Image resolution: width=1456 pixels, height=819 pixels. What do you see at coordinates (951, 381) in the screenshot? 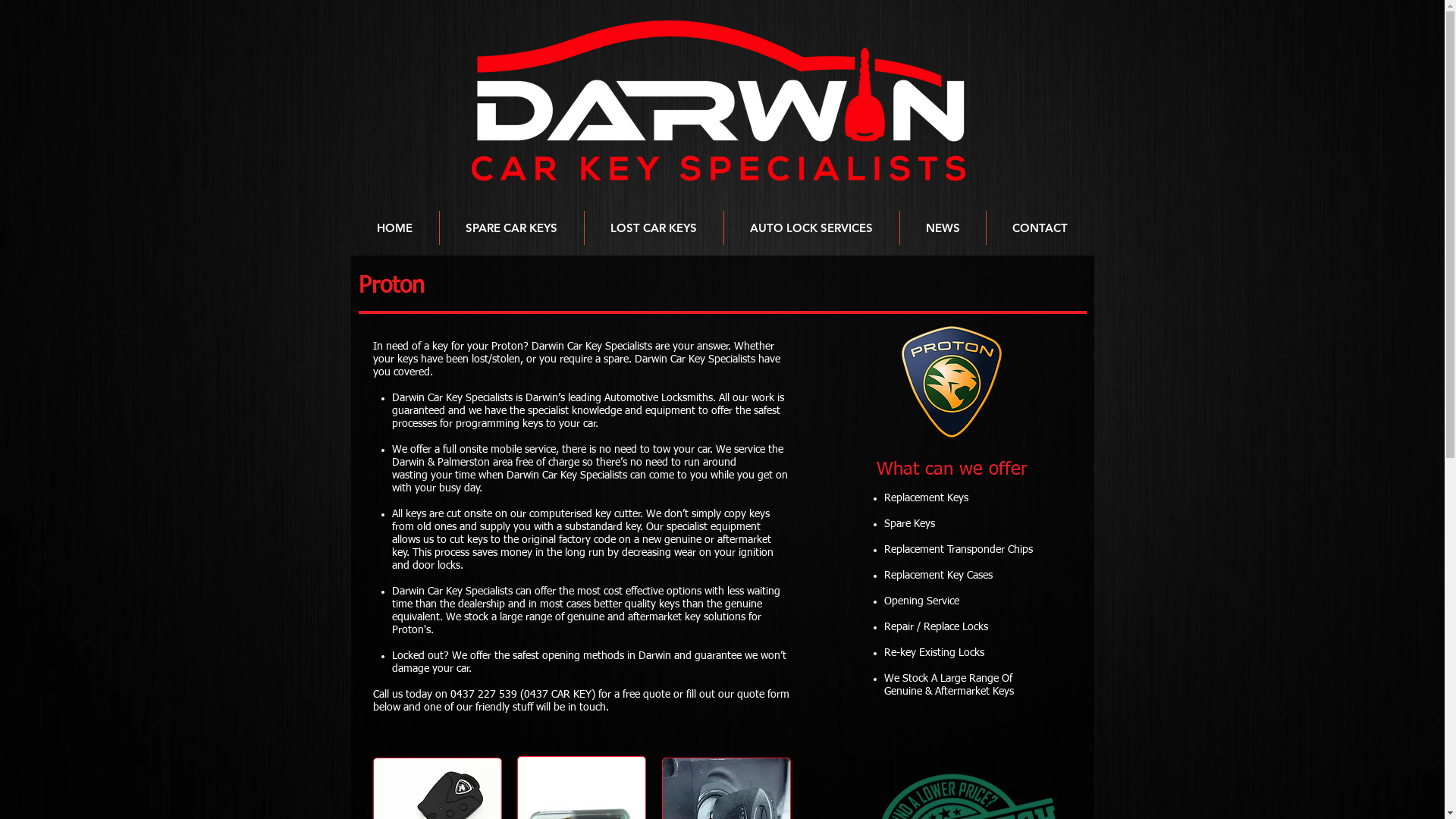
I see `'2000px-Proton_Logo.svg.png'` at bounding box center [951, 381].